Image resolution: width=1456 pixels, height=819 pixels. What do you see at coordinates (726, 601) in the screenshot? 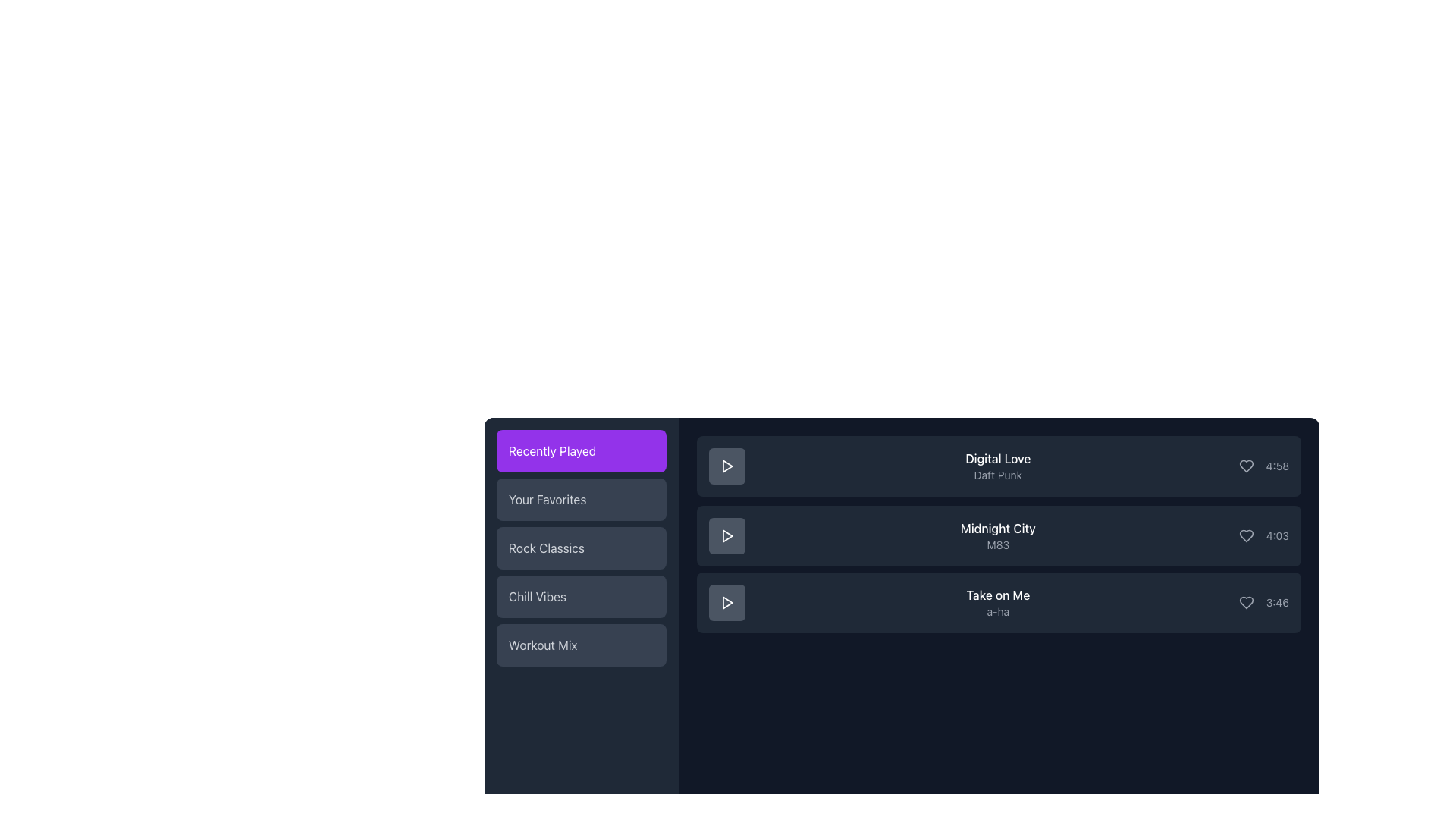
I see `the bottom-most Play icon in the list` at bounding box center [726, 601].